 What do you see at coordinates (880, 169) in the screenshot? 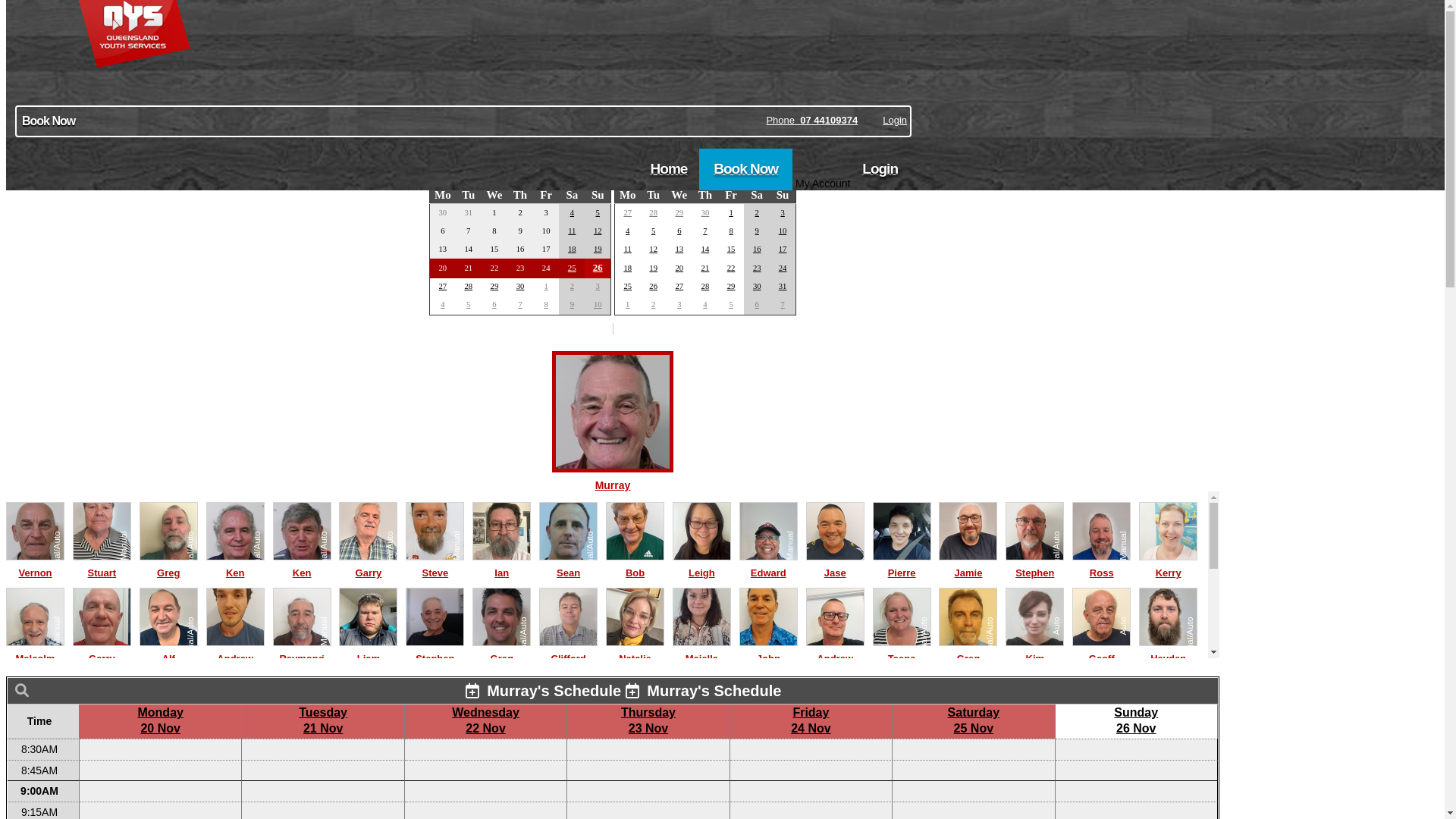
I see `'Login'` at bounding box center [880, 169].